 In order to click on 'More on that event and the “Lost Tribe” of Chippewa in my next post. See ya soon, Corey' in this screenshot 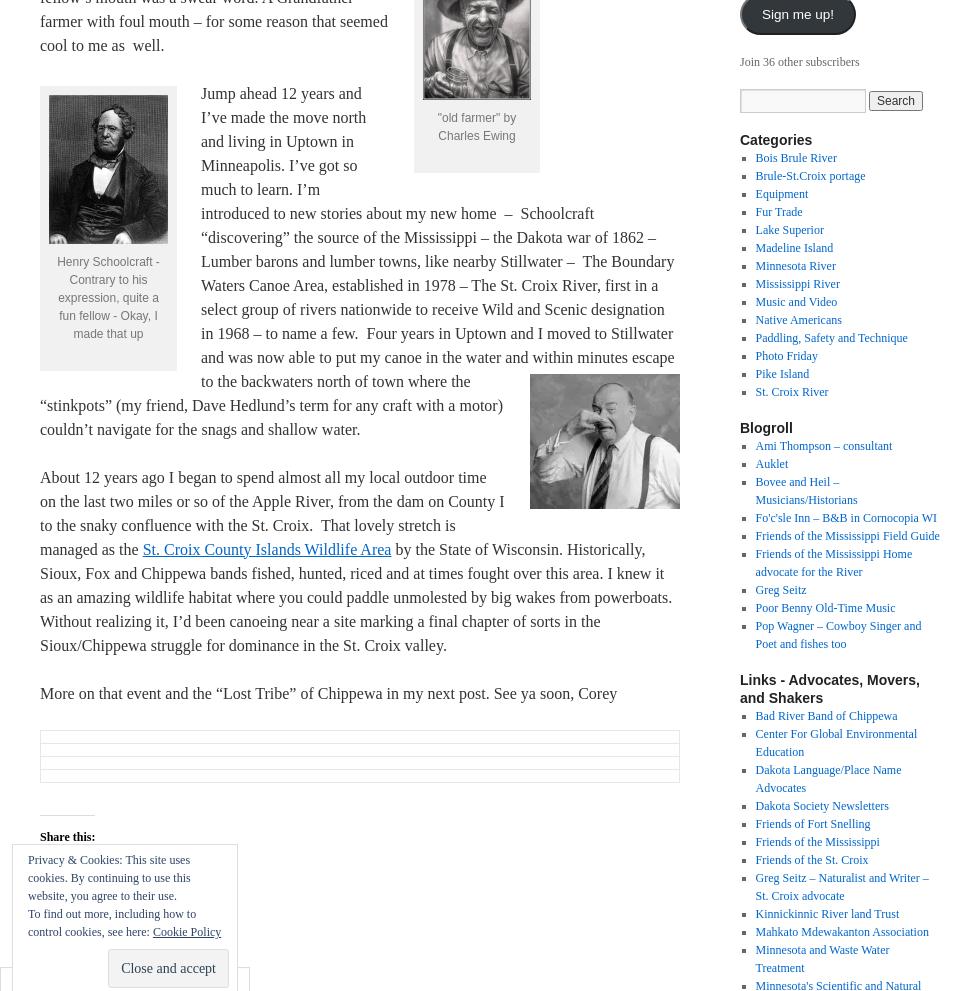, I will do `click(328, 692)`.